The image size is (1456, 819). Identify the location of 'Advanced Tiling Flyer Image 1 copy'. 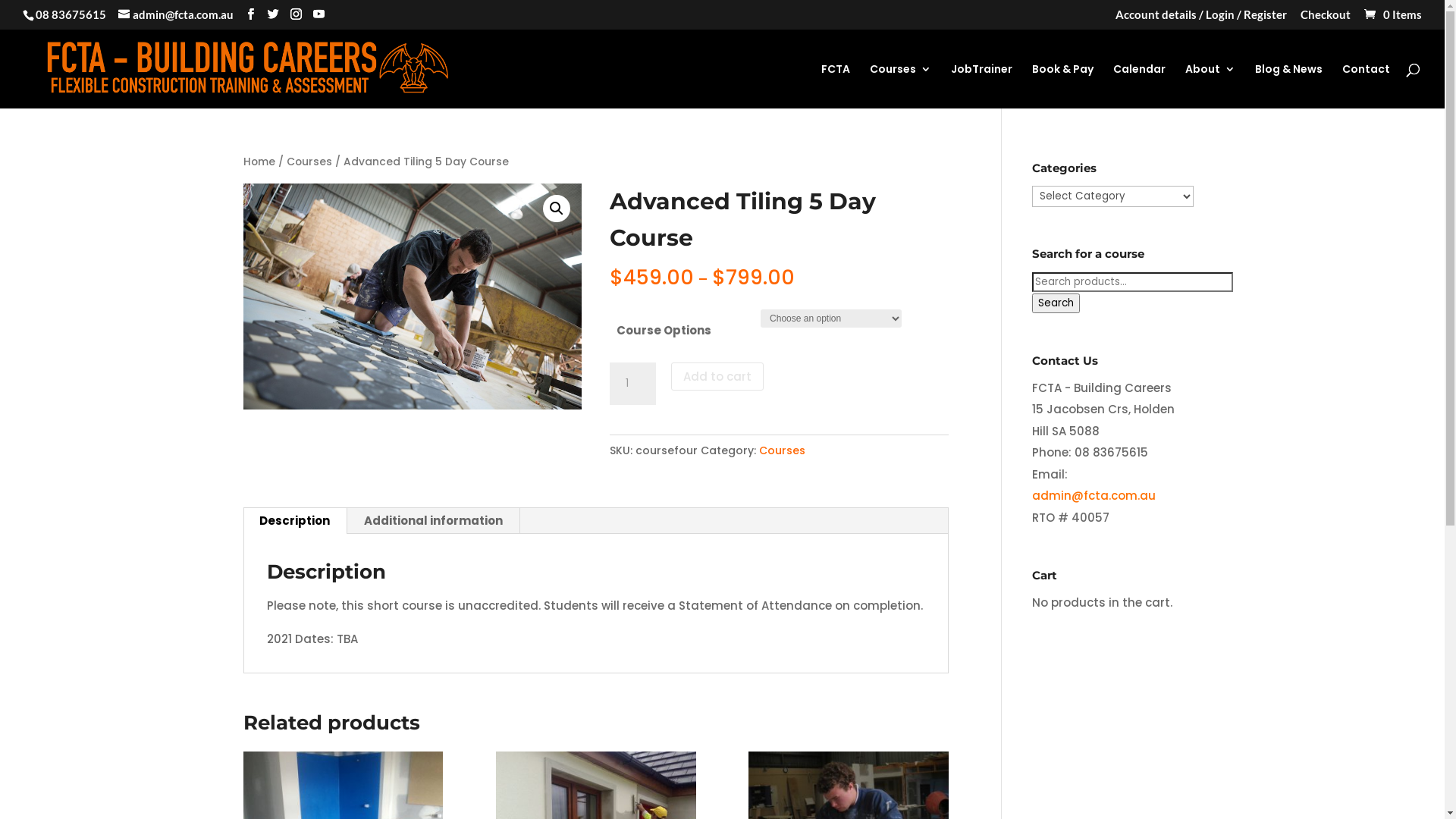
(412, 296).